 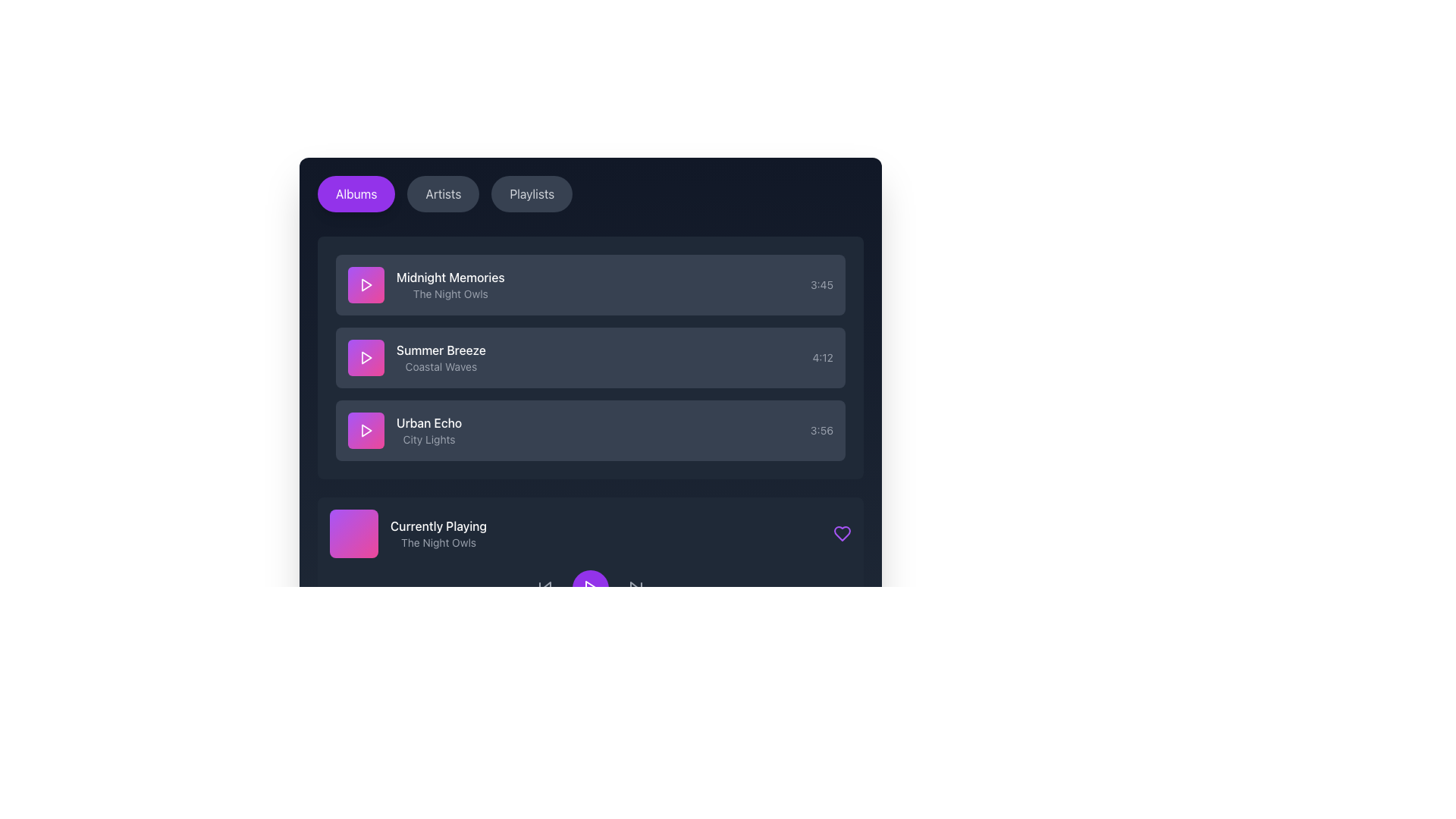 I want to click on the play button located at the bottom center of the interface to observe hover effects, so click(x=589, y=587).